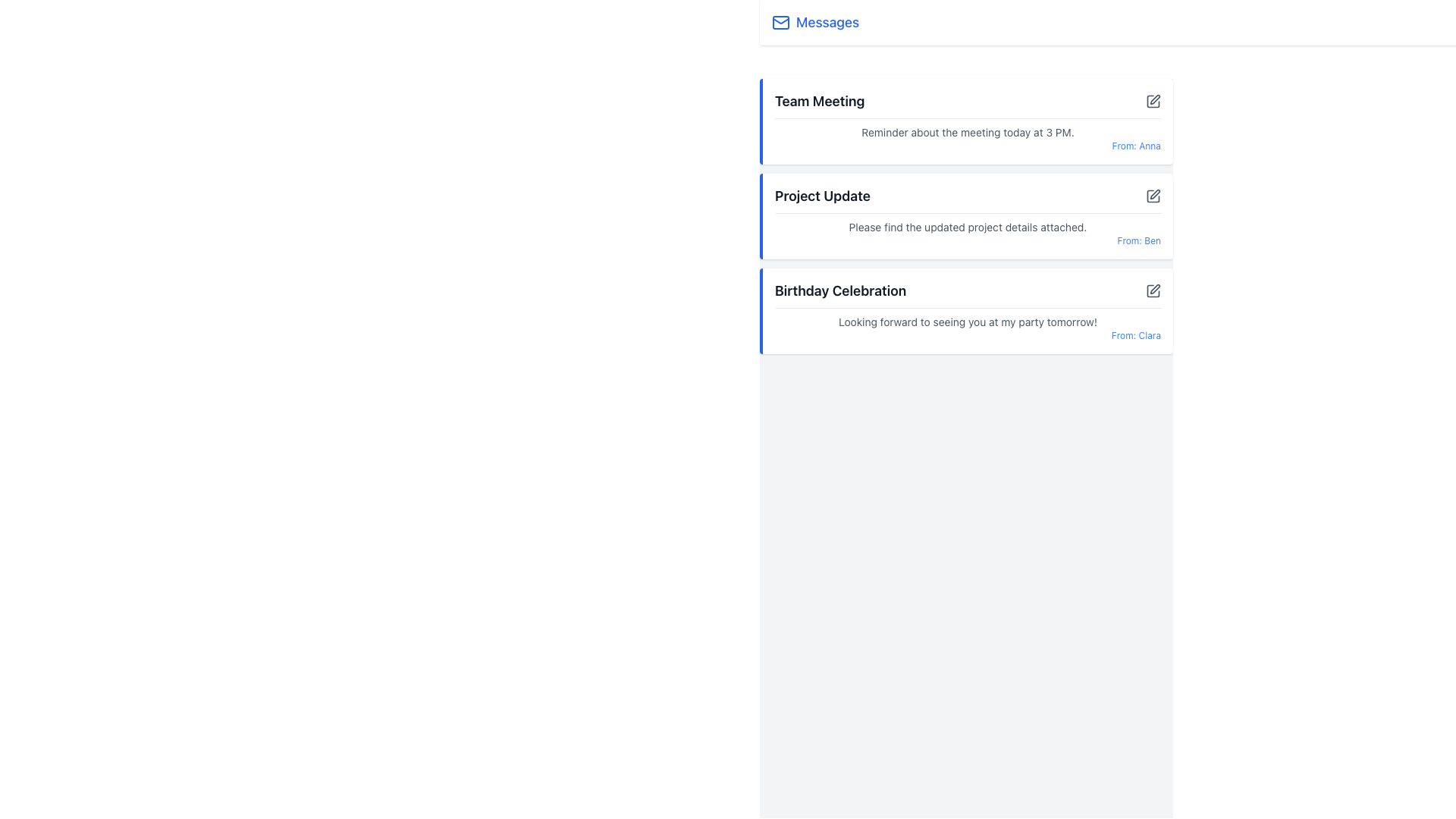  What do you see at coordinates (1153, 195) in the screenshot?
I see `the edit icon button located at the upper-right corner of the 'Project Update' message card` at bounding box center [1153, 195].